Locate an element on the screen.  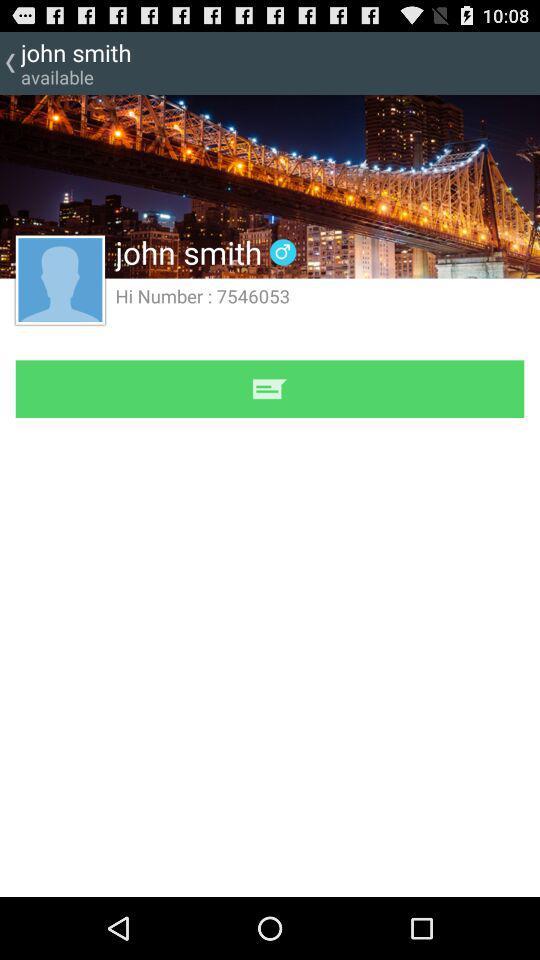
item to the left of the hi number : 7546053 app is located at coordinates (60, 278).